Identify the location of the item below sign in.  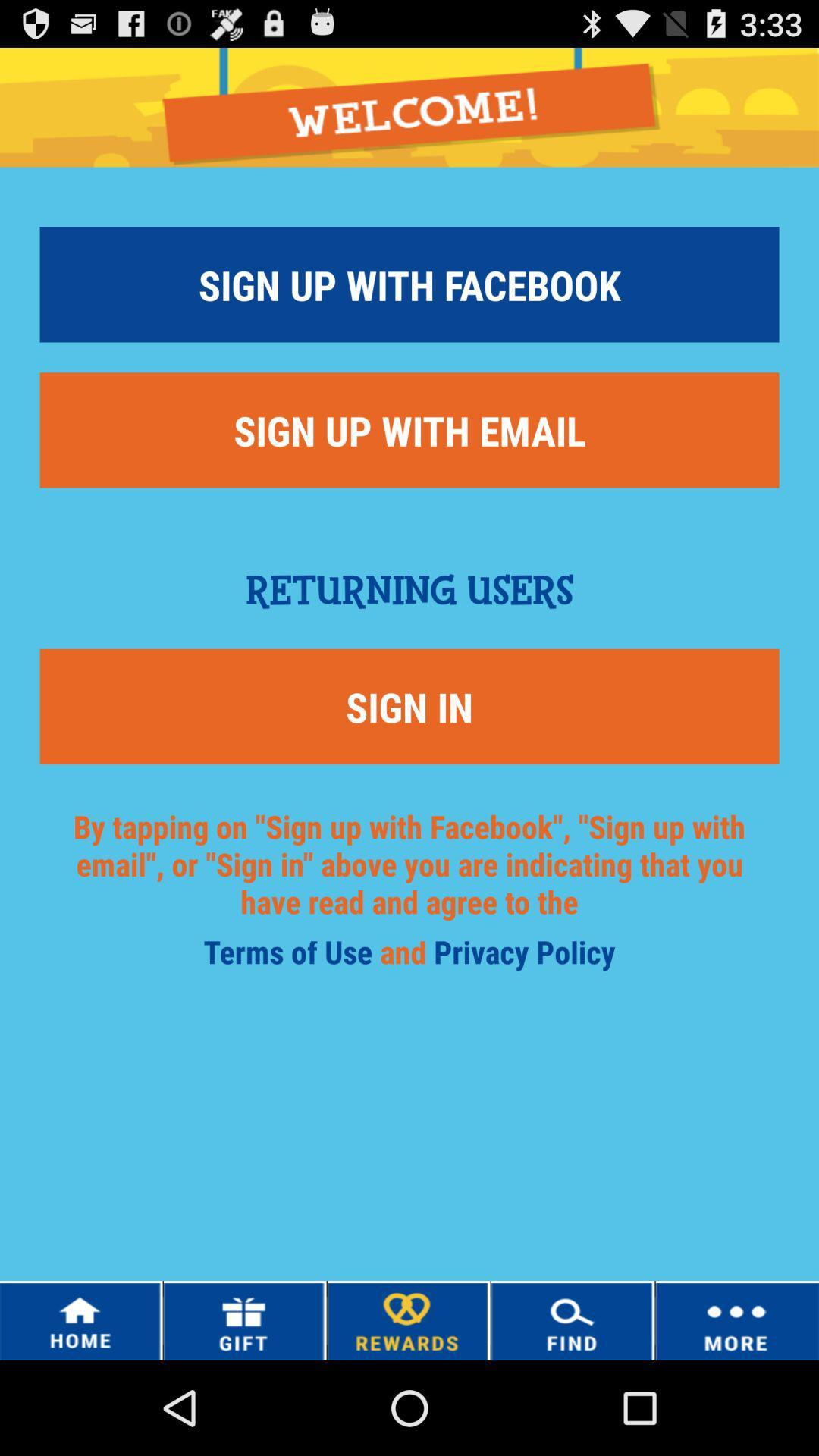
(523, 956).